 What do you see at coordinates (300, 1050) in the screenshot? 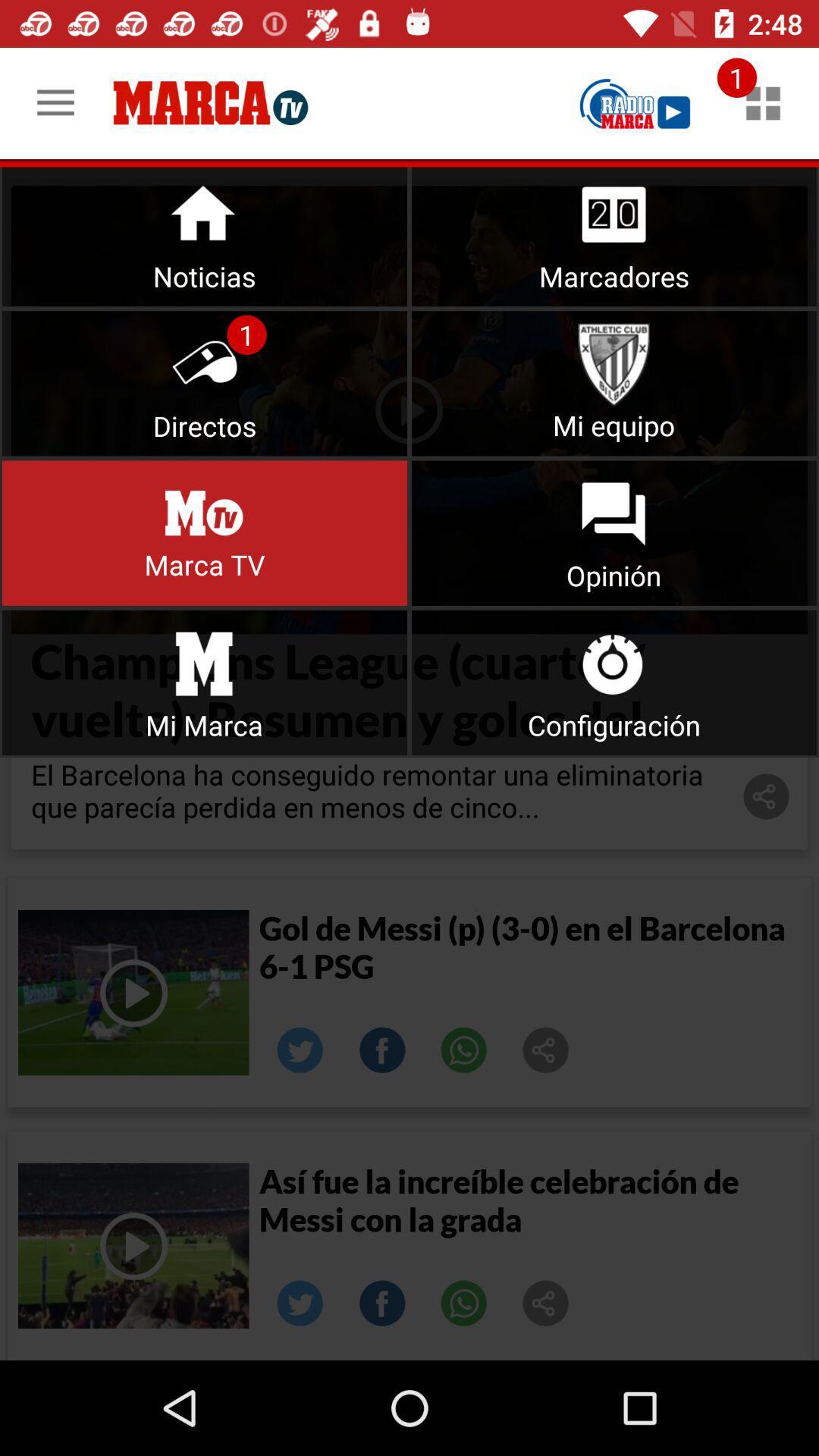
I see `linked.in image` at bounding box center [300, 1050].